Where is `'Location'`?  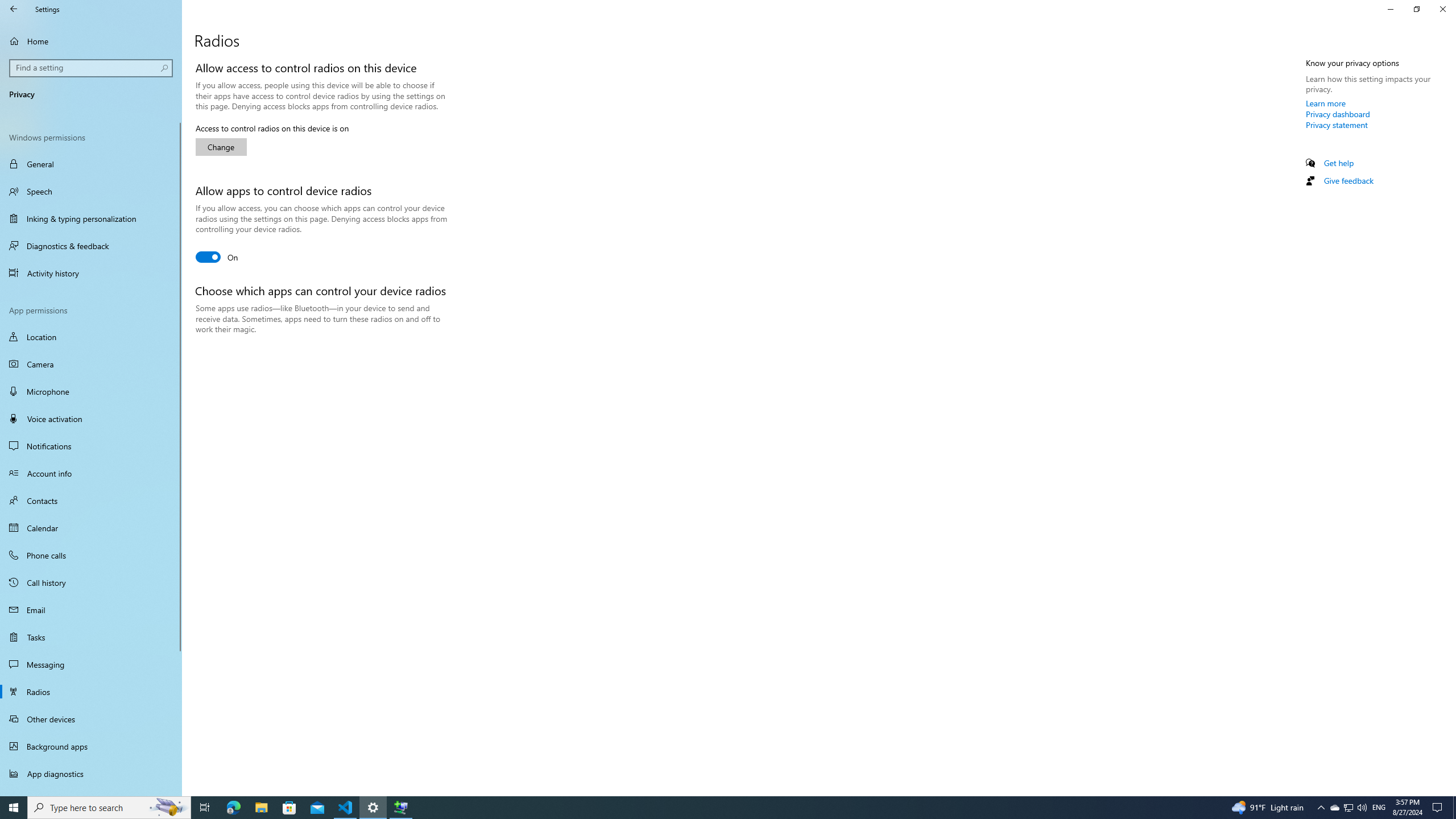
'Location' is located at coordinates (90, 336).